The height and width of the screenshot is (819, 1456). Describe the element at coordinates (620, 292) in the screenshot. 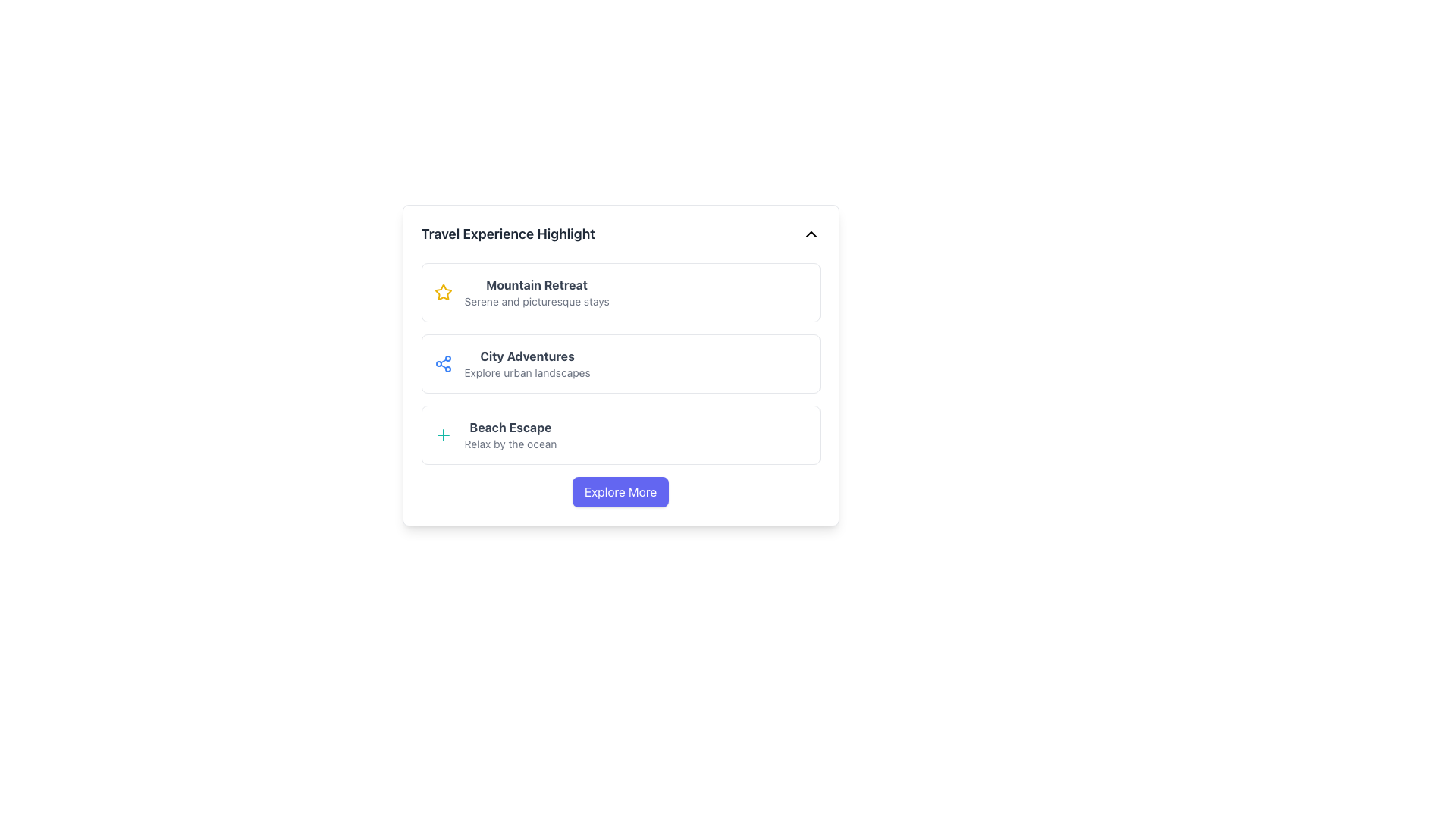

I see `the 'Mountain Retreat' card` at that location.